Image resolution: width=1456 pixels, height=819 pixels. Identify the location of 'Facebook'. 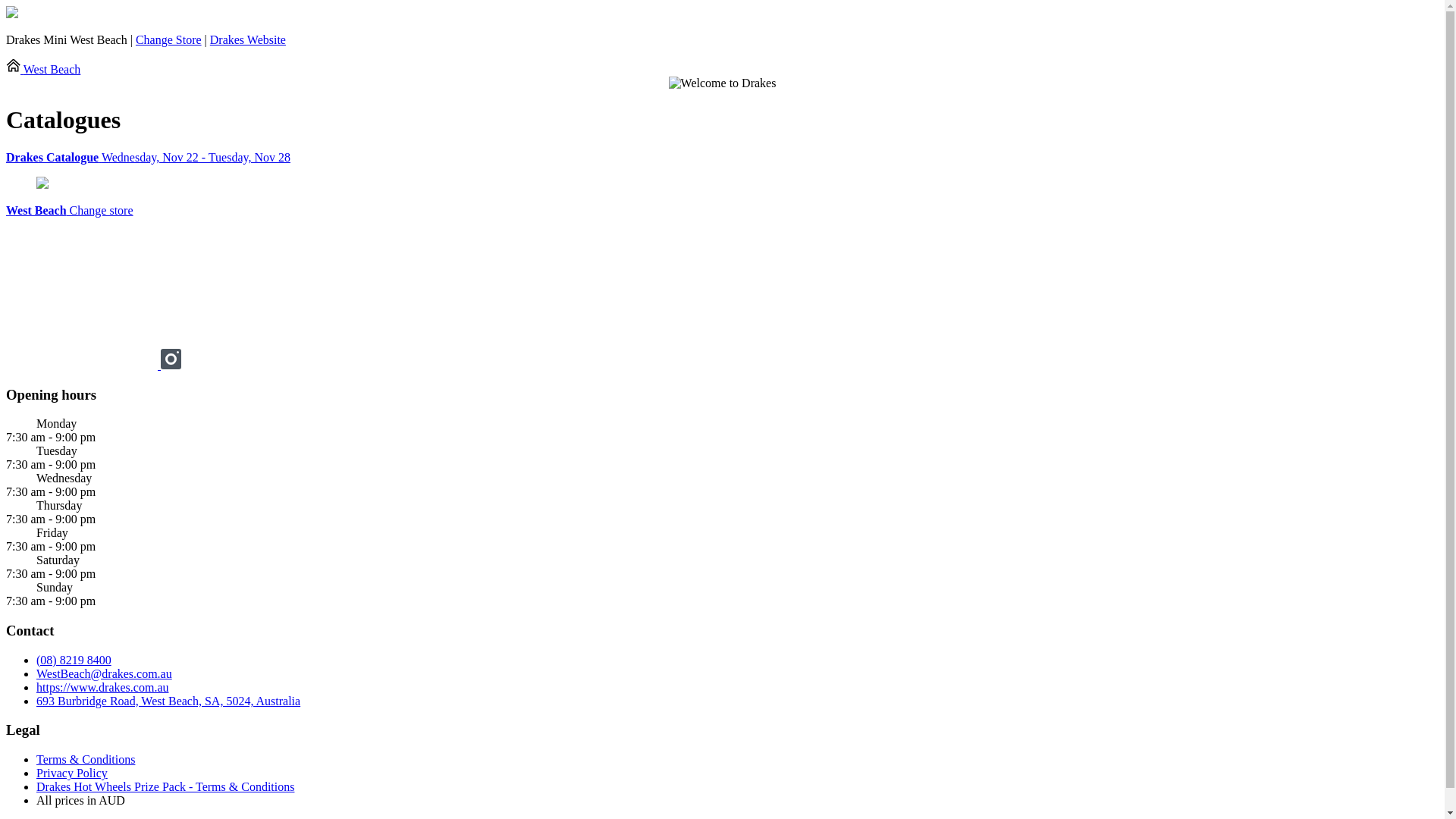
(6, 365).